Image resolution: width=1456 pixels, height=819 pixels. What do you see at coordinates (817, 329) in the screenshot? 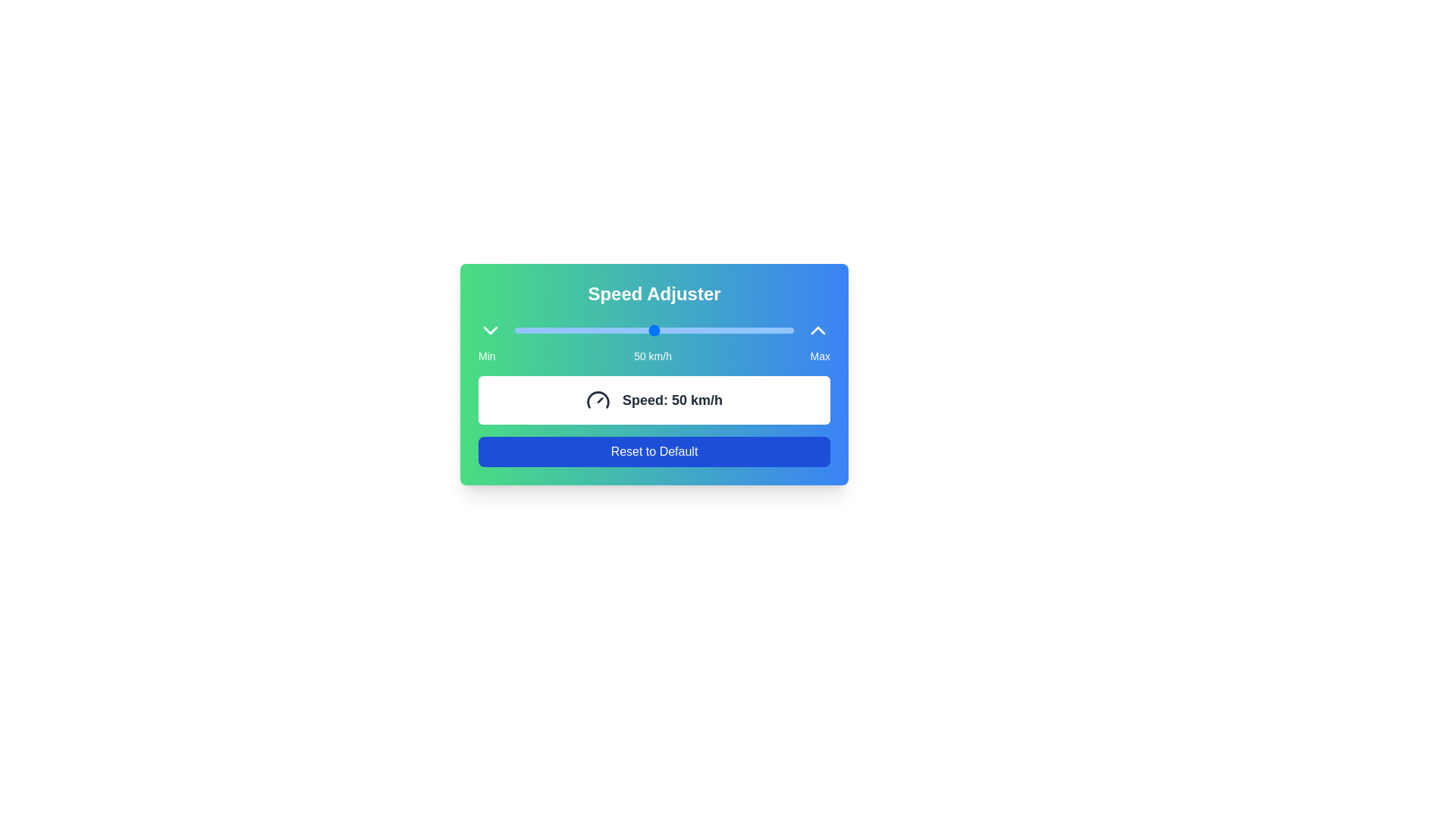
I see `the upward chevron-shaped arrow icon located at the top-left corner of the 'Speed Adjuster' interface` at bounding box center [817, 329].